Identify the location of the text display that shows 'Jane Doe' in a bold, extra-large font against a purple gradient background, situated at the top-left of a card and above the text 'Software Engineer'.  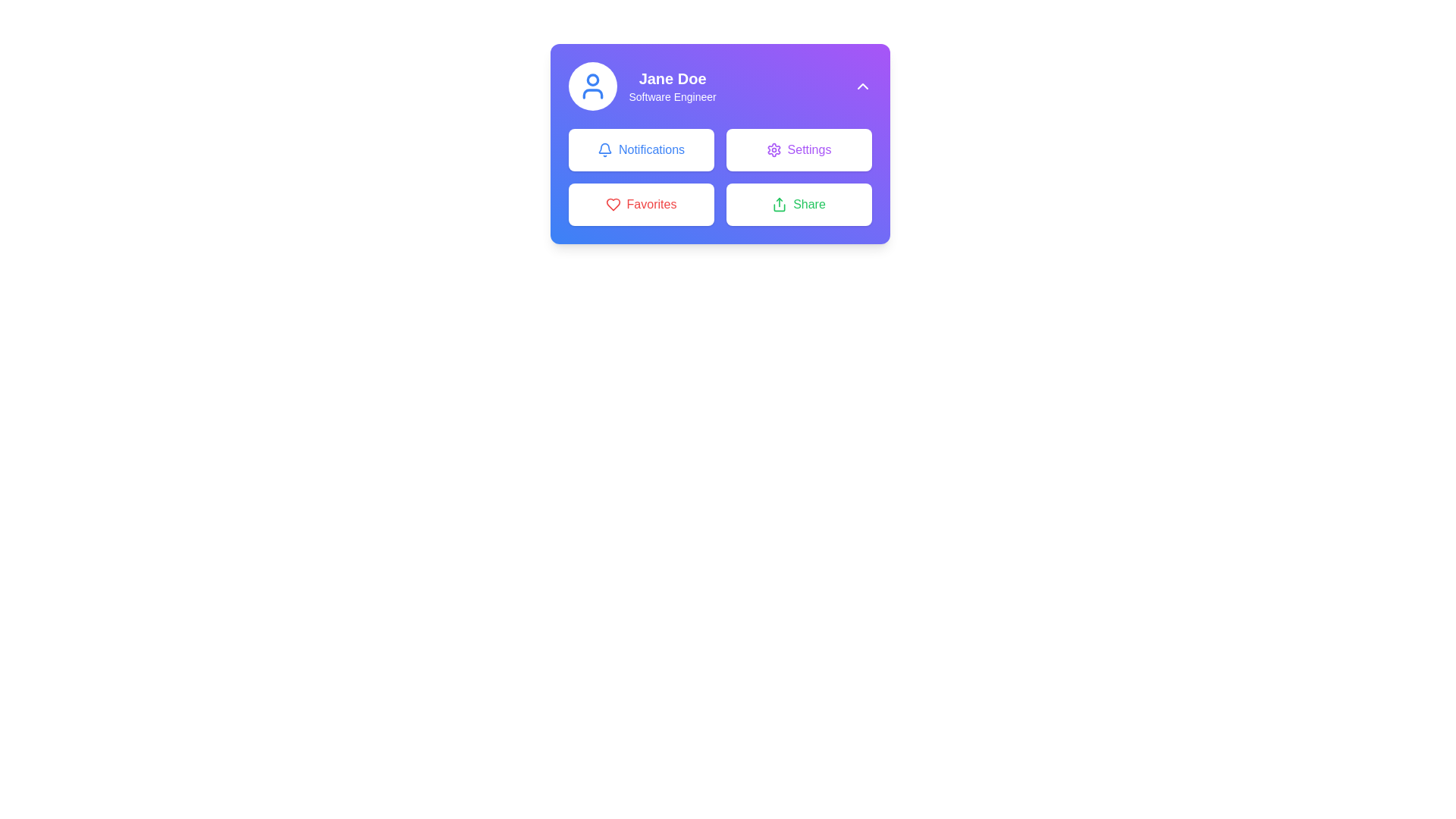
(672, 79).